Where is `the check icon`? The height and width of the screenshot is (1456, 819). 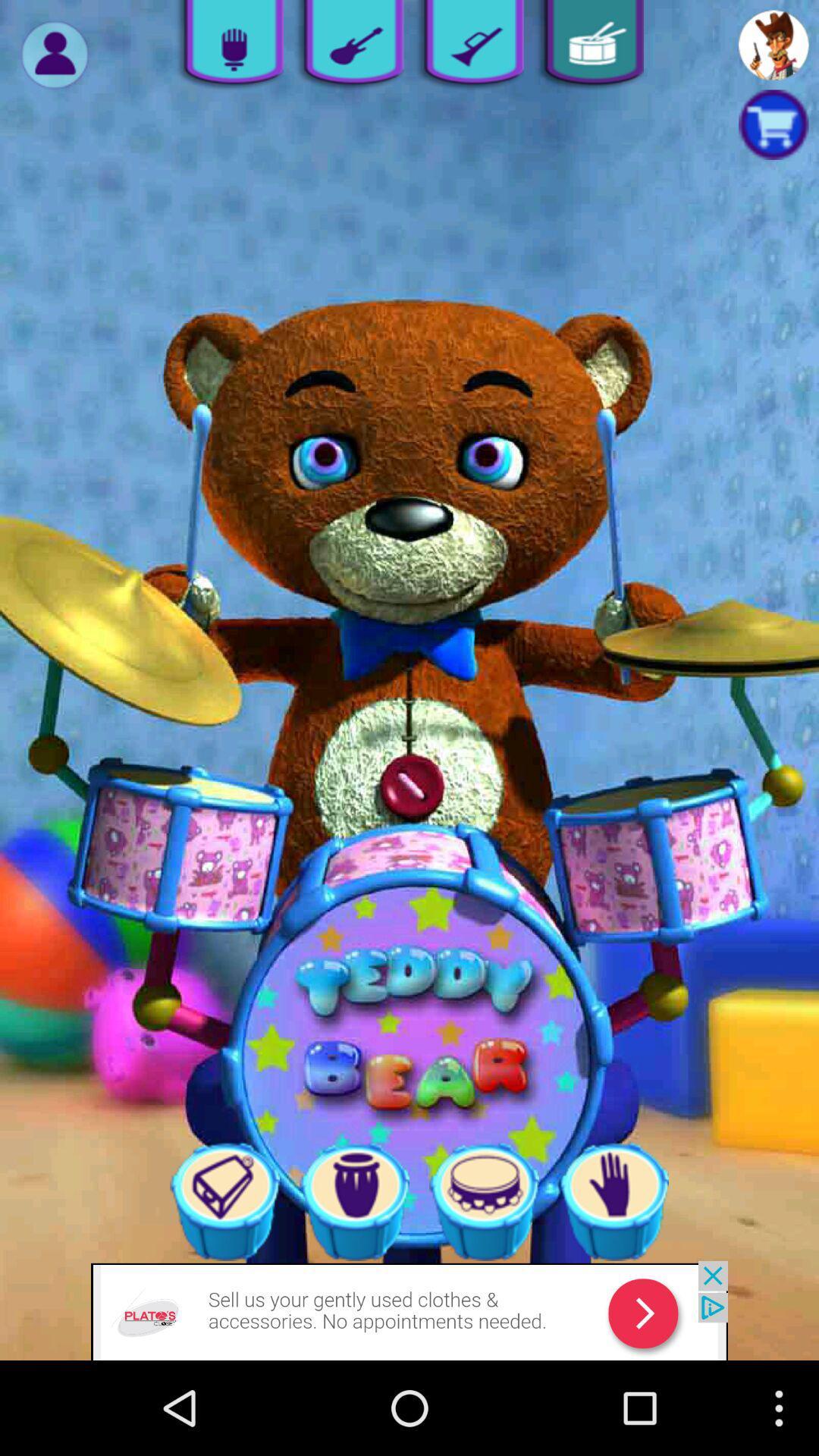
the check icon is located at coordinates (468, 48).